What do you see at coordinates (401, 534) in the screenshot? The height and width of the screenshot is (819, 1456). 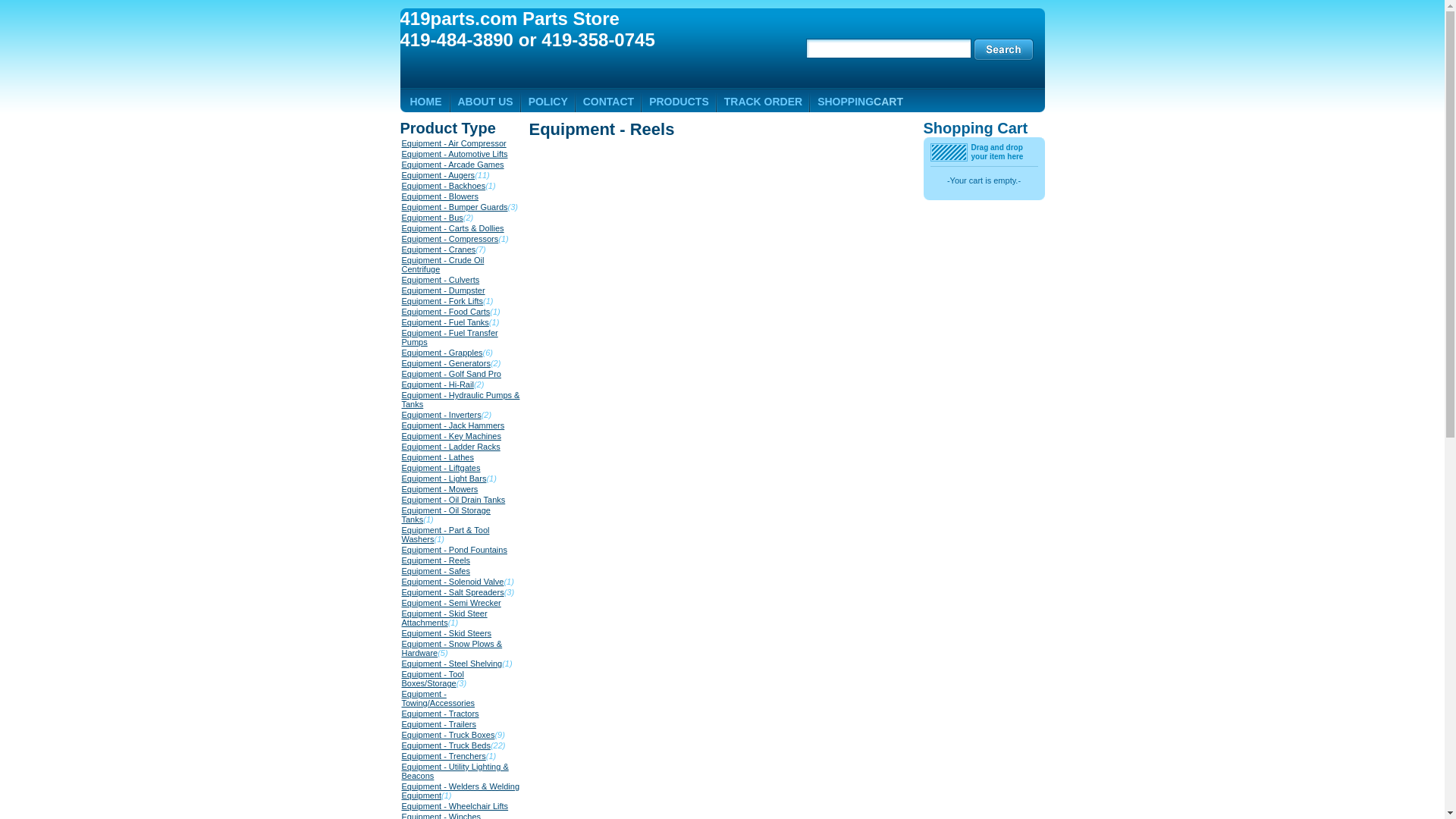 I see `'Equipment - Part & Tool Washers'` at bounding box center [401, 534].